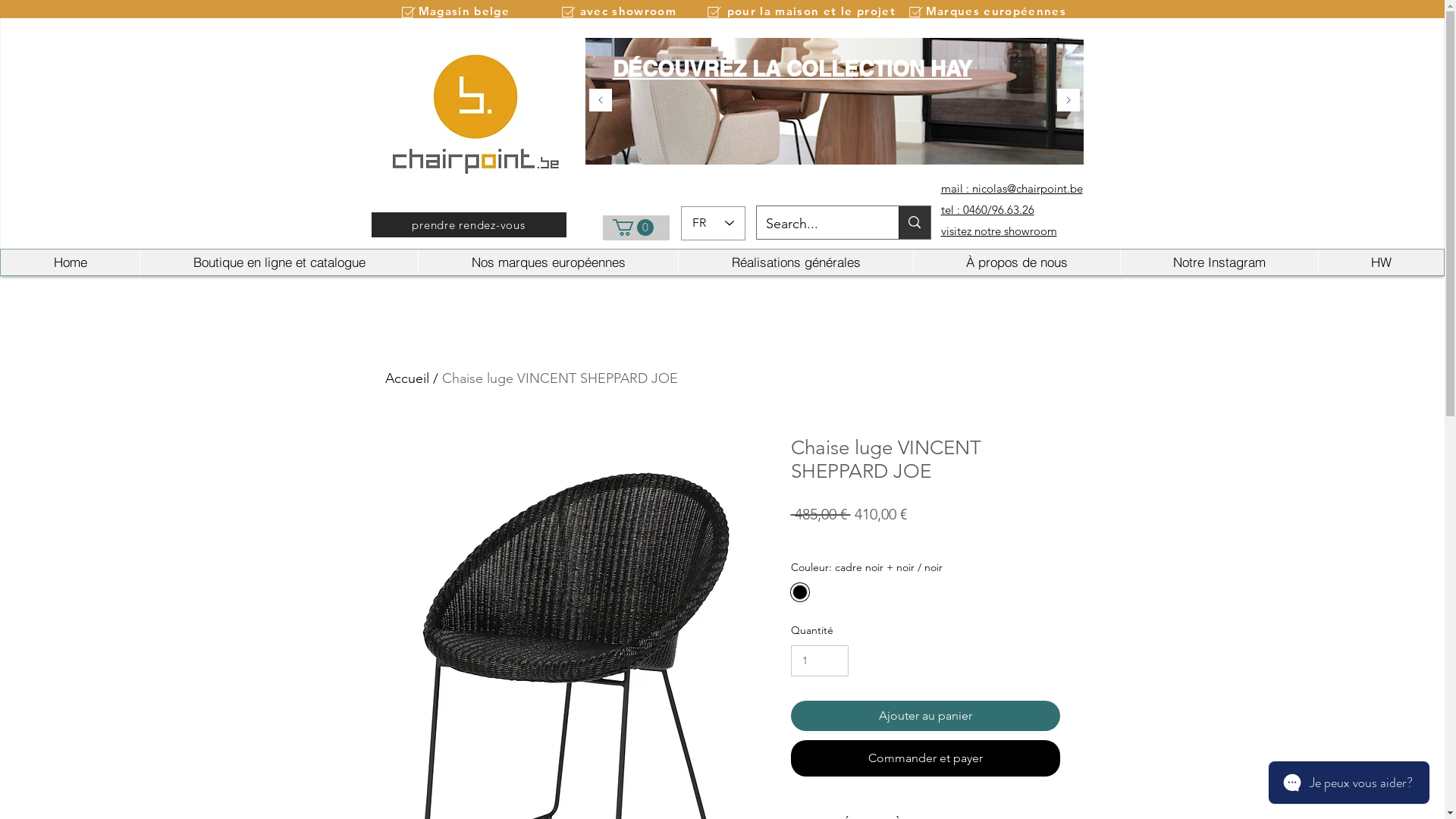  What do you see at coordinates (1050, 32) in the screenshot?
I see `'Bouton J'aime Facebook'` at bounding box center [1050, 32].